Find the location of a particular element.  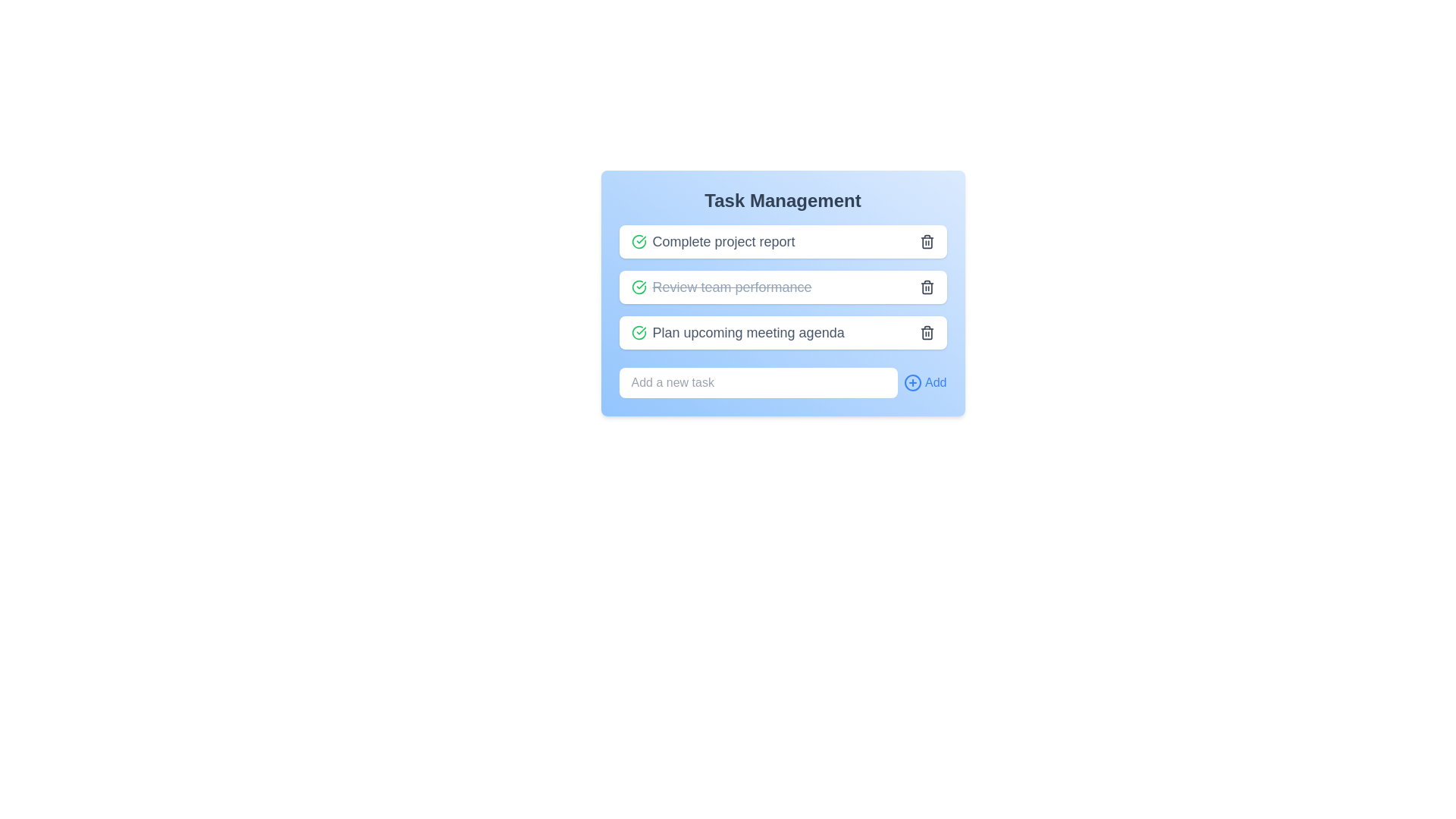

the green circular check icon representing task completion for 'Plan upcoming meeting agenda' is located at coordinates (639, 332).